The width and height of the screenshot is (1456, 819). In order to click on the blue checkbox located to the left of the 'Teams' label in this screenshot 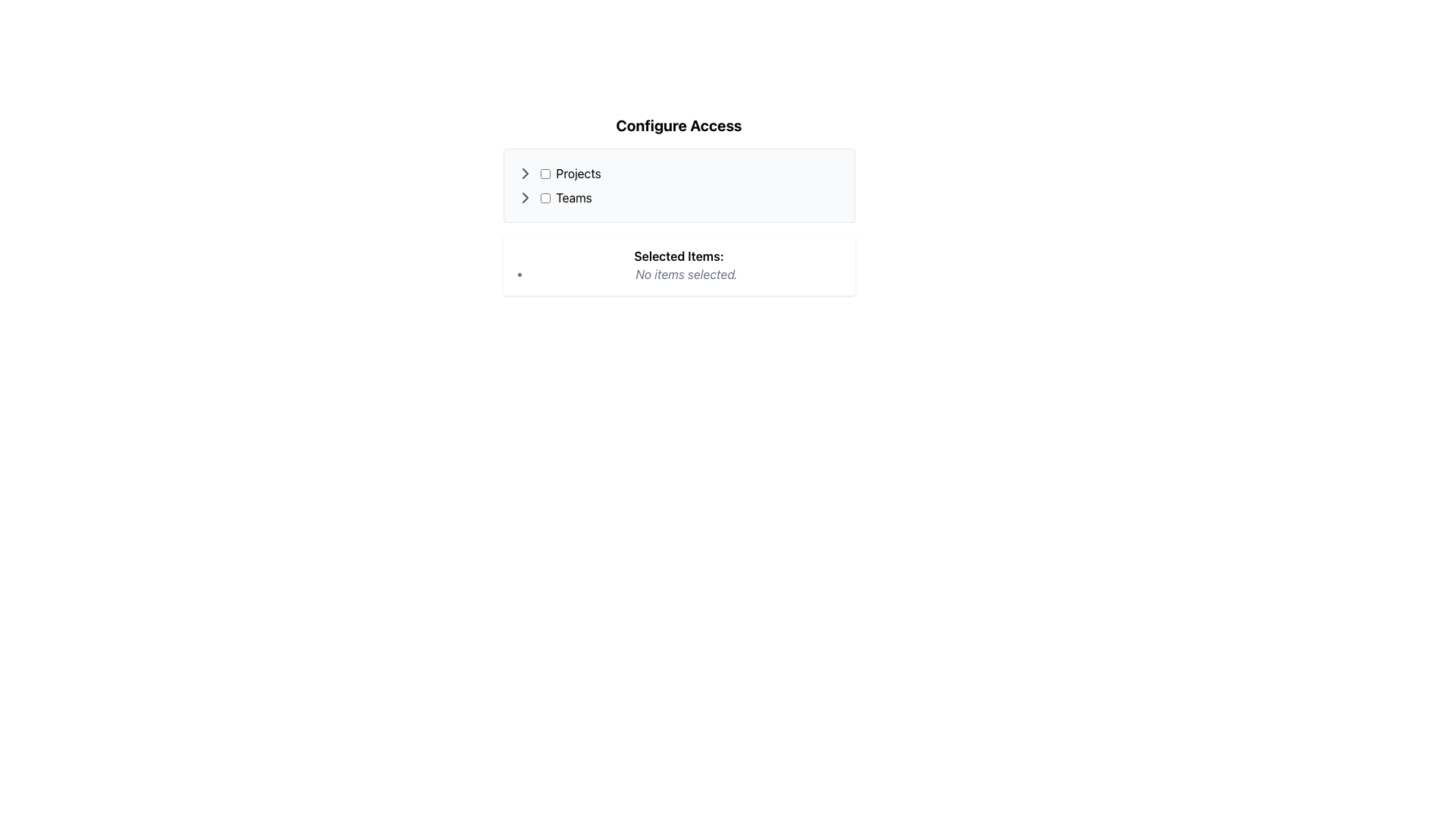, I will do `click(545, 197)`.